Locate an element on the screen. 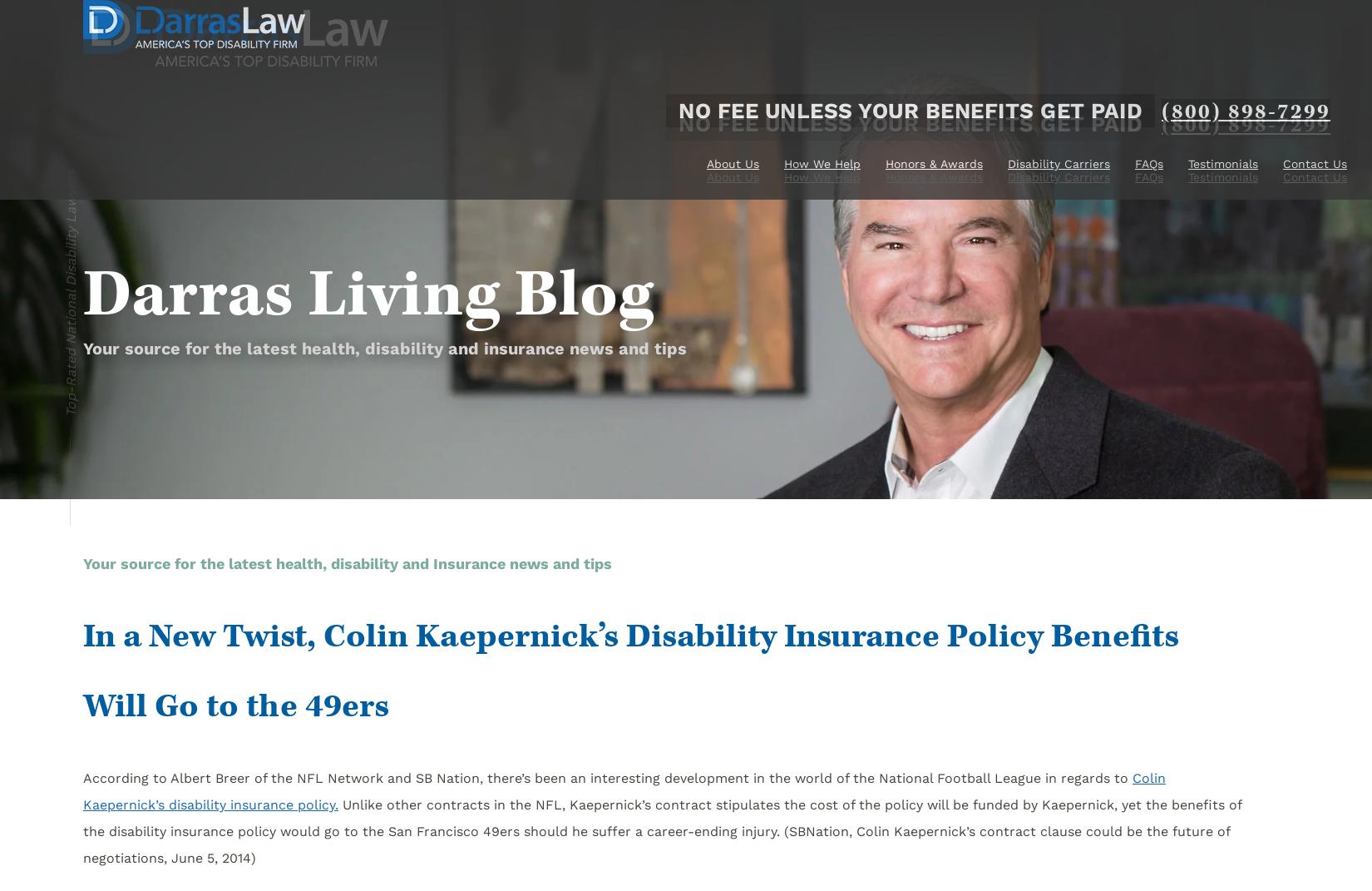 The height and width of the screenshot is (891, 1372). 'Testimonials' is located at coordinates (1221, 176).